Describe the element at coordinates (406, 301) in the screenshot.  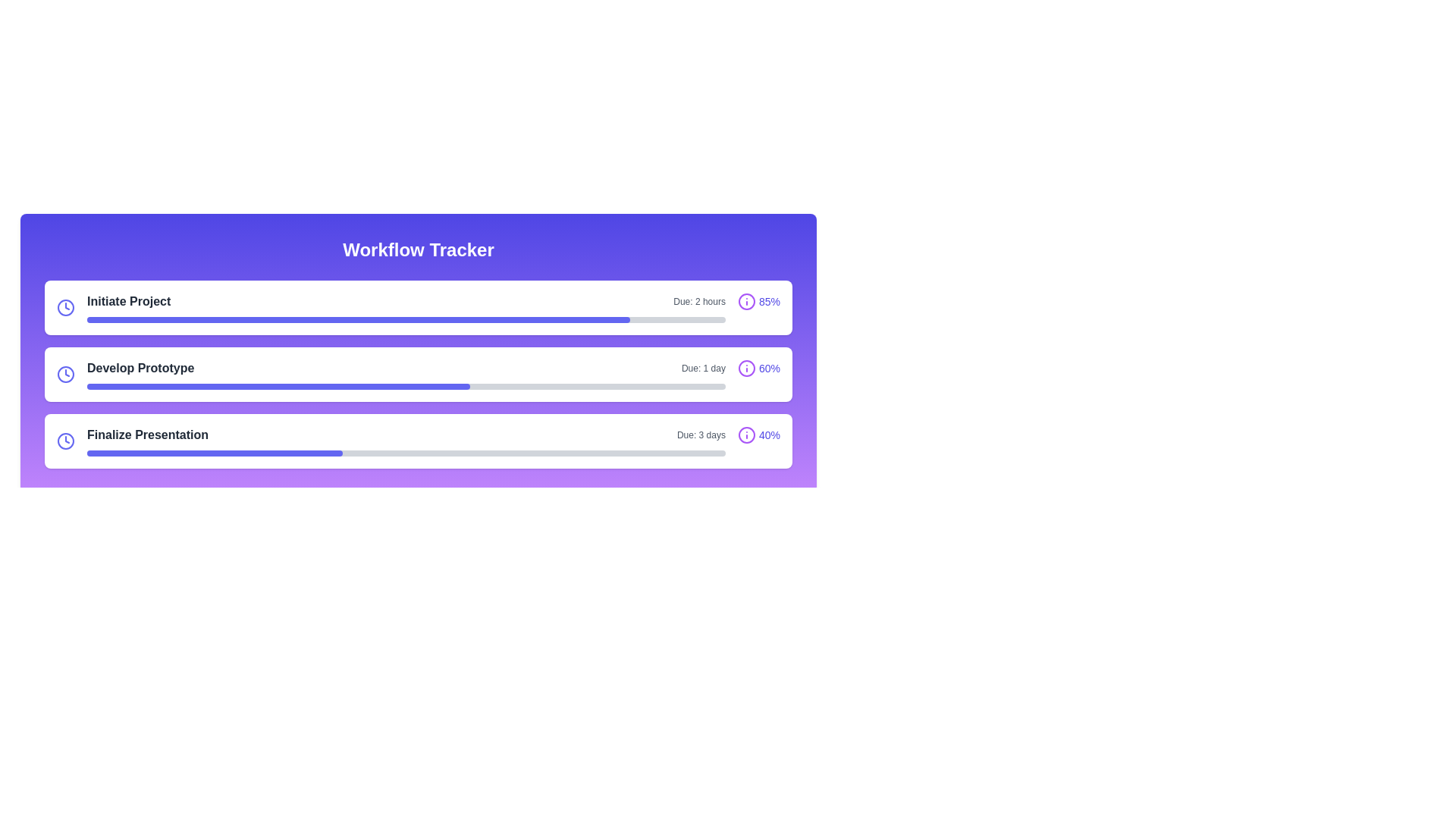
I see `the composite layout element displaying summary information about the task titled 'Initiate Project' with due time 'Due: 2 hours'` at that location.